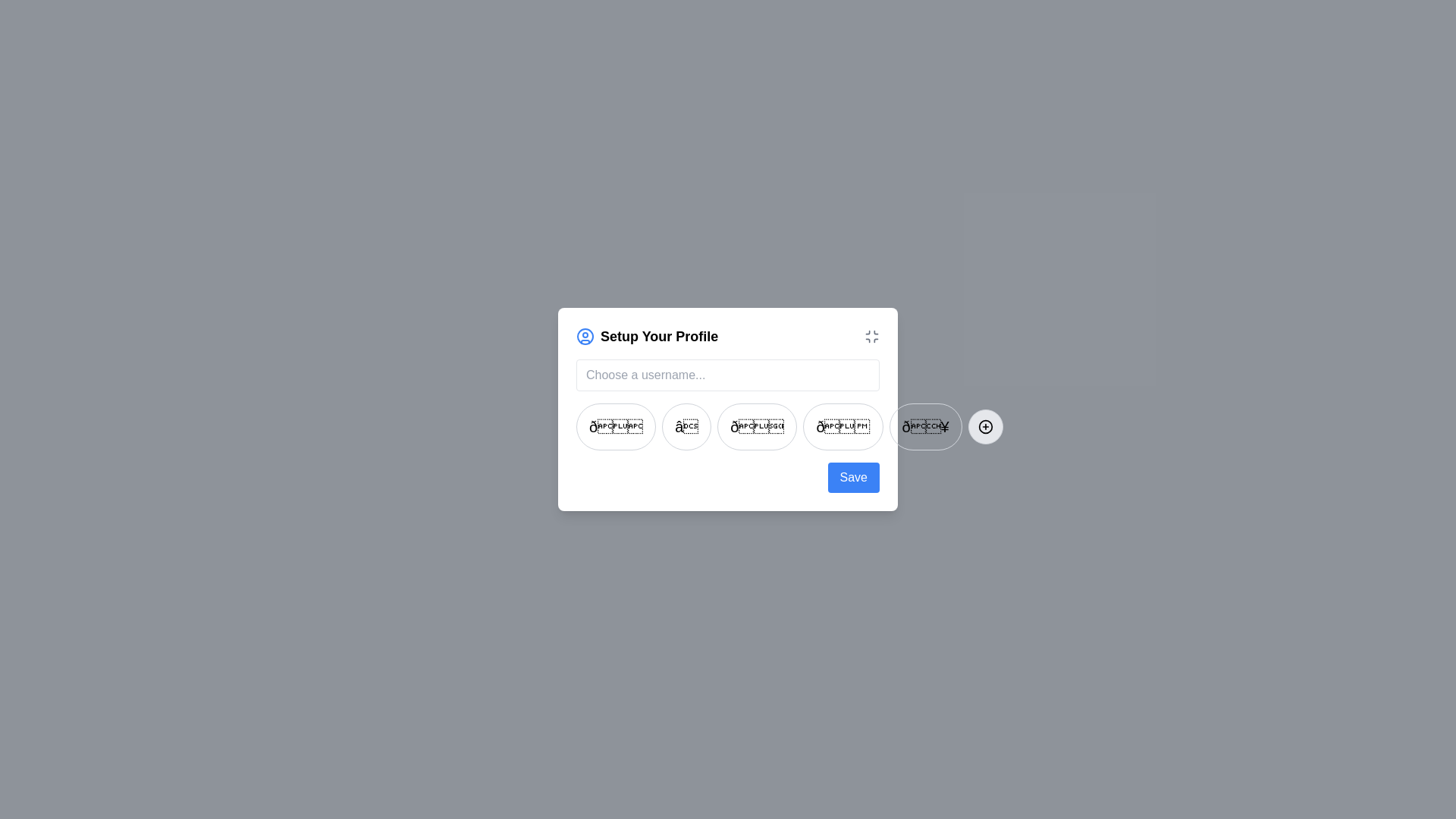 This screenshot has height=819, width=1456. What do you see at coordinates (728, 427) in the screenshot?
I see `the third circular button` at bounding box center [728, 427].